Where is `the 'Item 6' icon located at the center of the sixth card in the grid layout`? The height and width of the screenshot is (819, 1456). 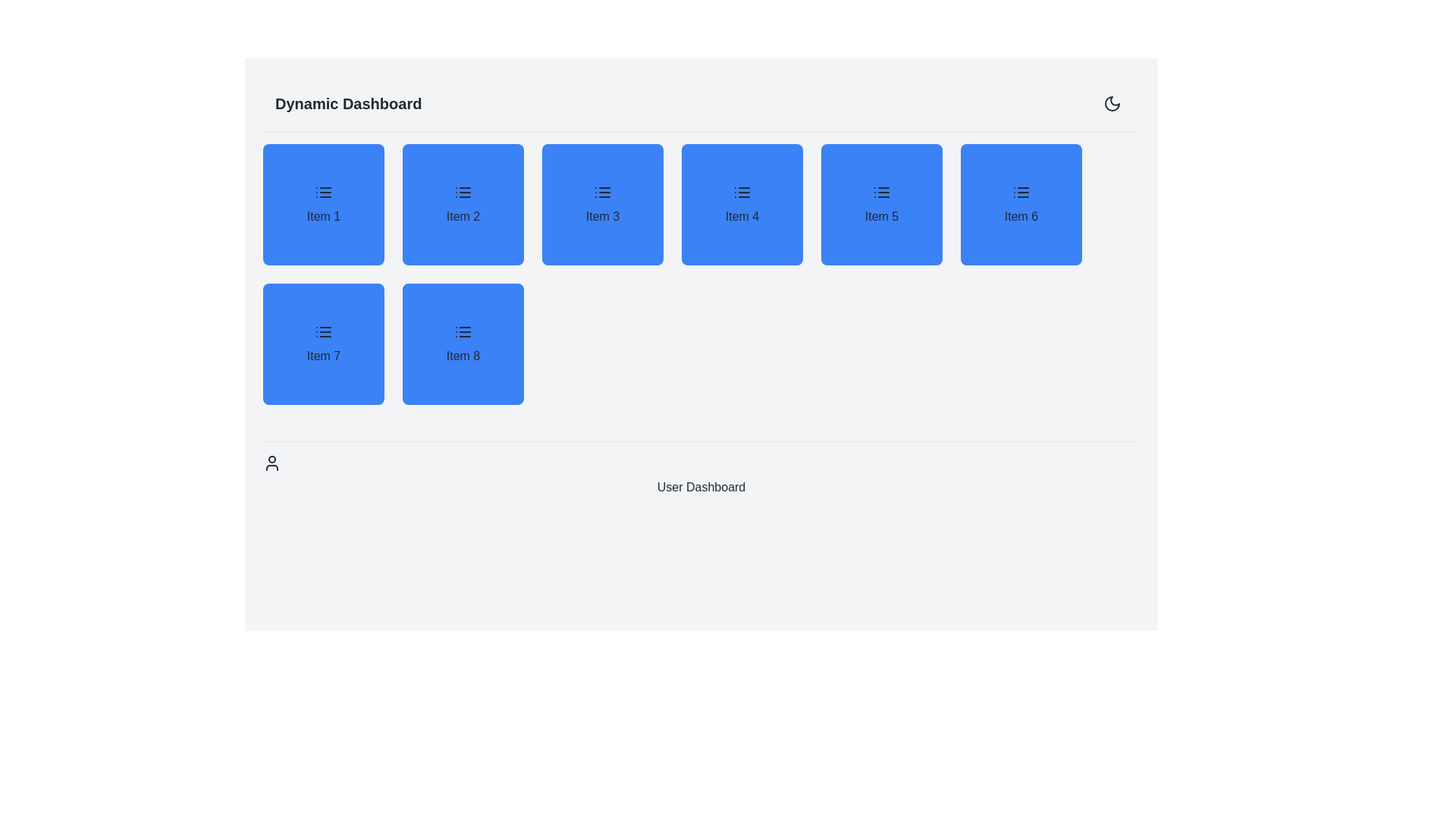 the 'Item 6' icon located at the center of the sixth card in the grid layout is located at coordinates (1021, 192).